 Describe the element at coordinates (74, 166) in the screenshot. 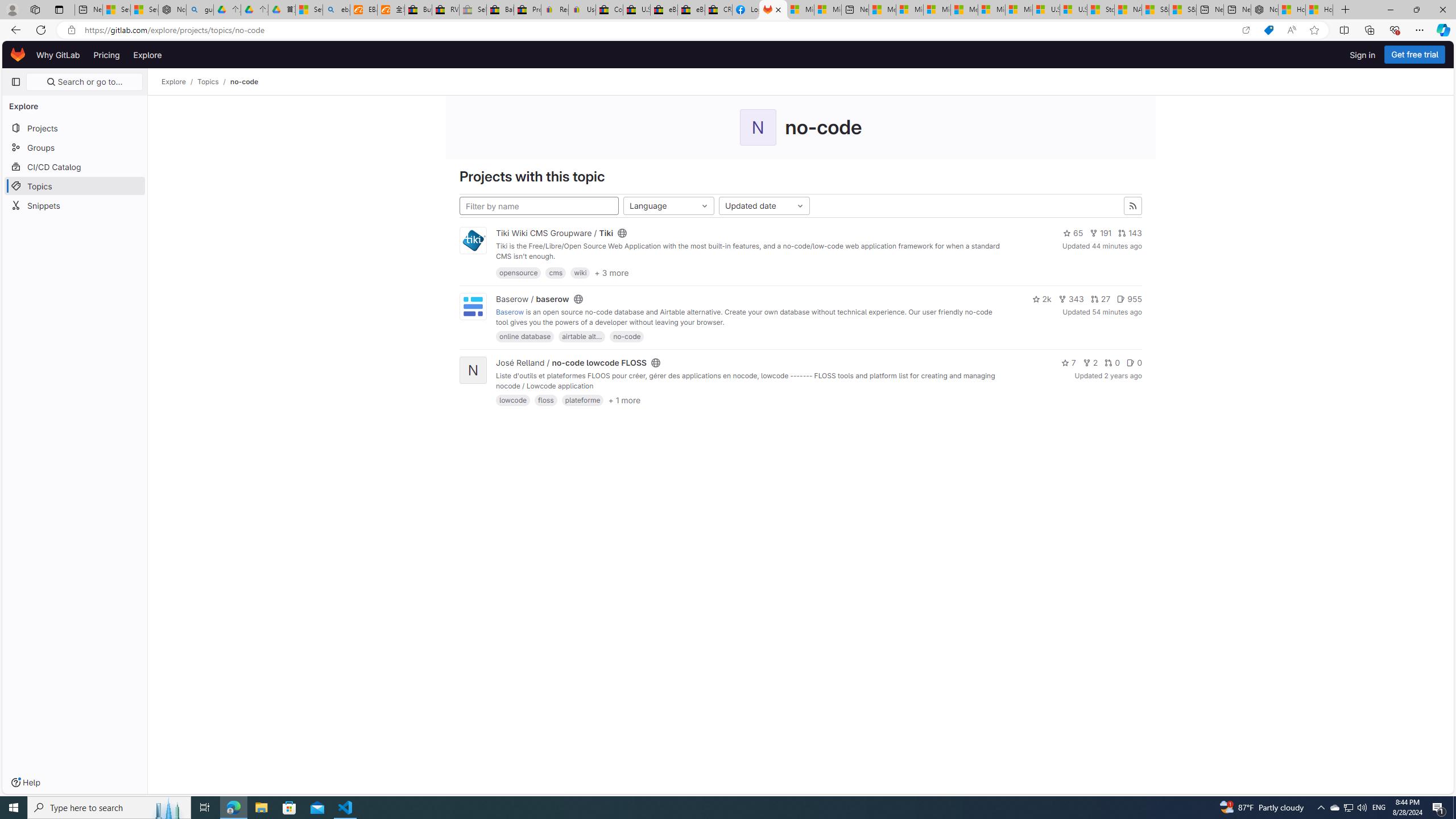

I see `'CI/CD Catalog'` at that location.